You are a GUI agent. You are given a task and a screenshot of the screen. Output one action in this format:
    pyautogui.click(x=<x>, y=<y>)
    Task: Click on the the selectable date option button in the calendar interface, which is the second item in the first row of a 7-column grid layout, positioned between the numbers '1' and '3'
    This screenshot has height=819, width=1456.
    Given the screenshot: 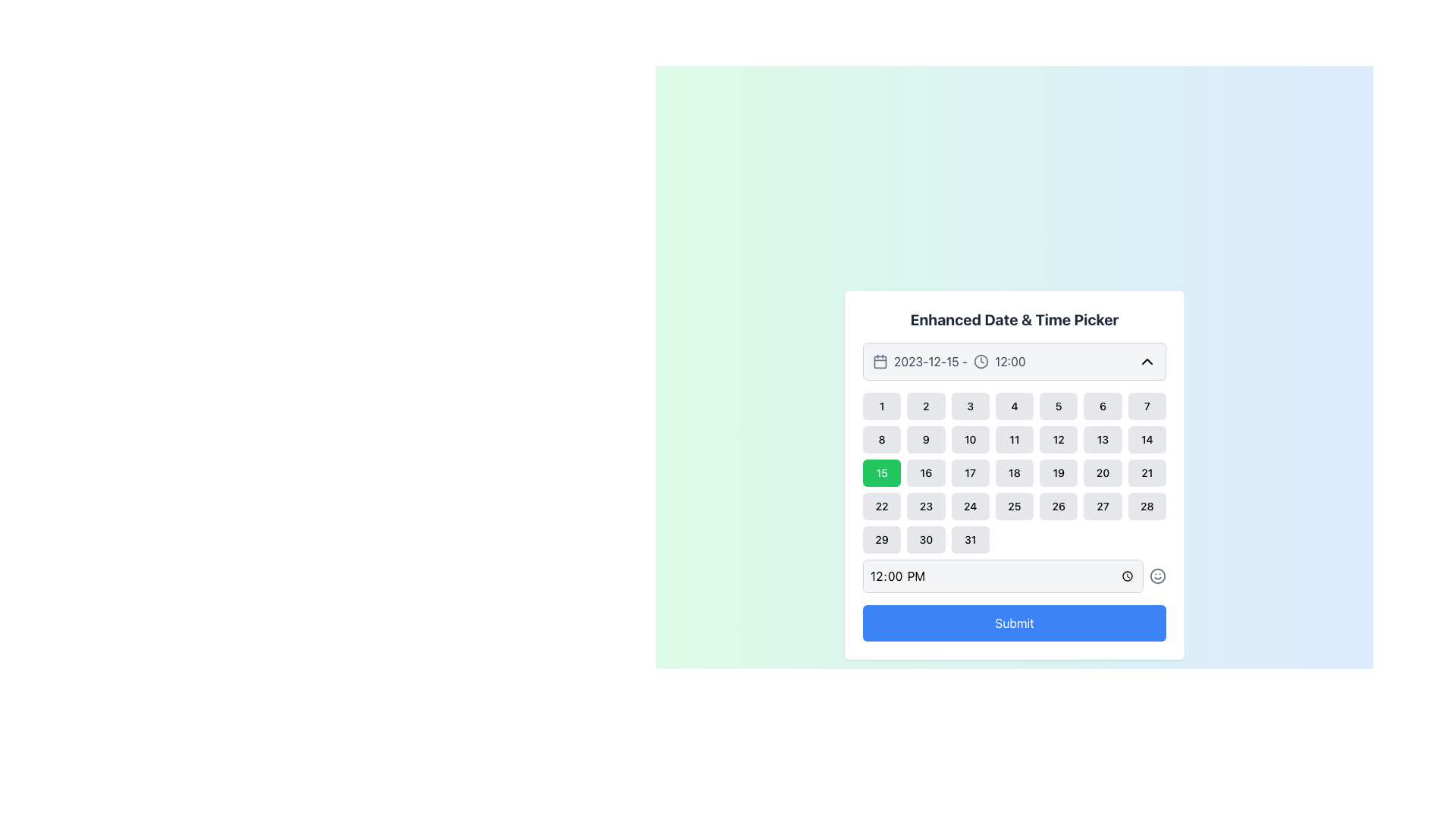 What is the action you would take?
    pyautogui.click(x=925, y=406)
    